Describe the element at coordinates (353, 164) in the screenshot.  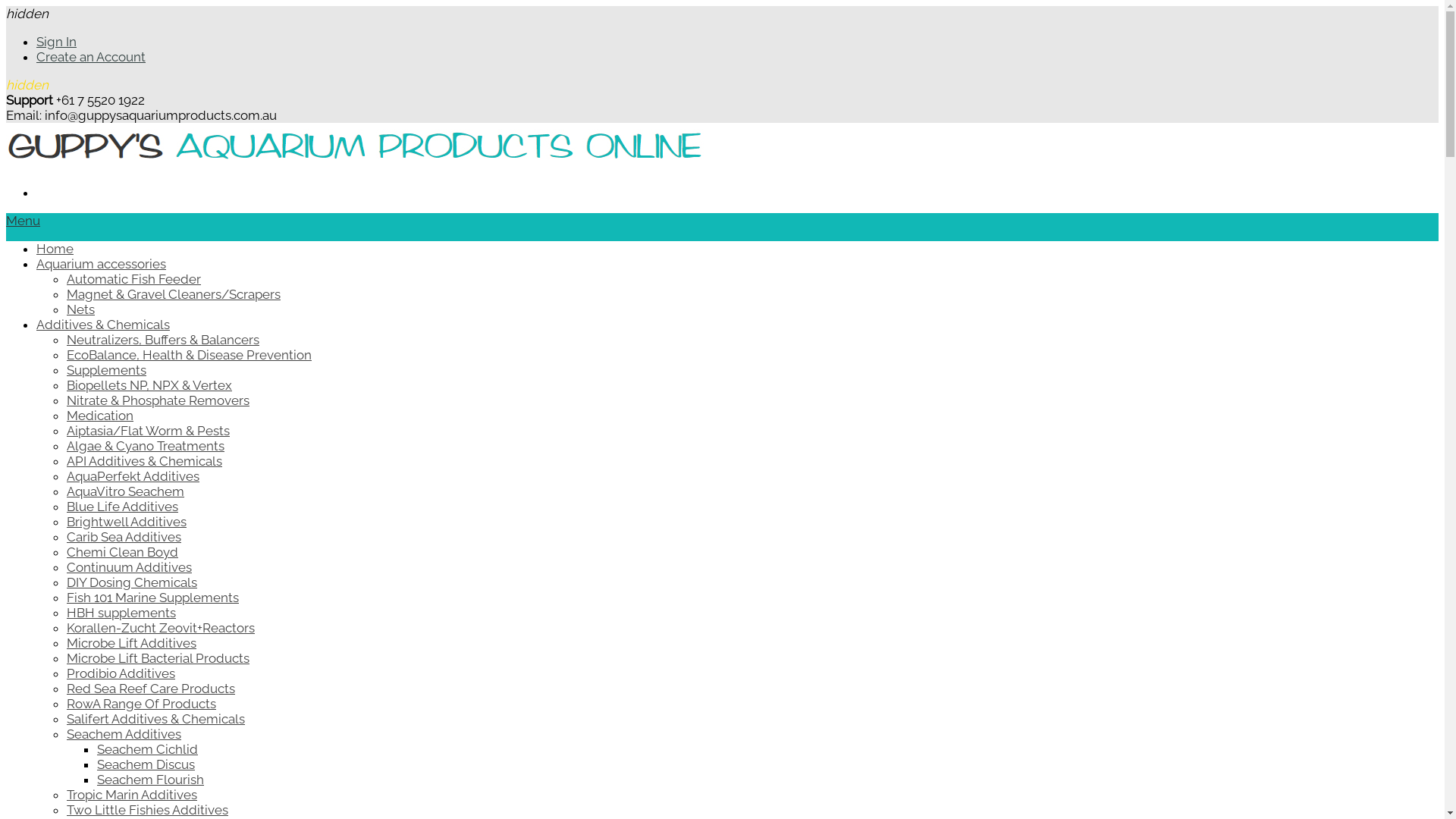
I see `'logo'` at that location.